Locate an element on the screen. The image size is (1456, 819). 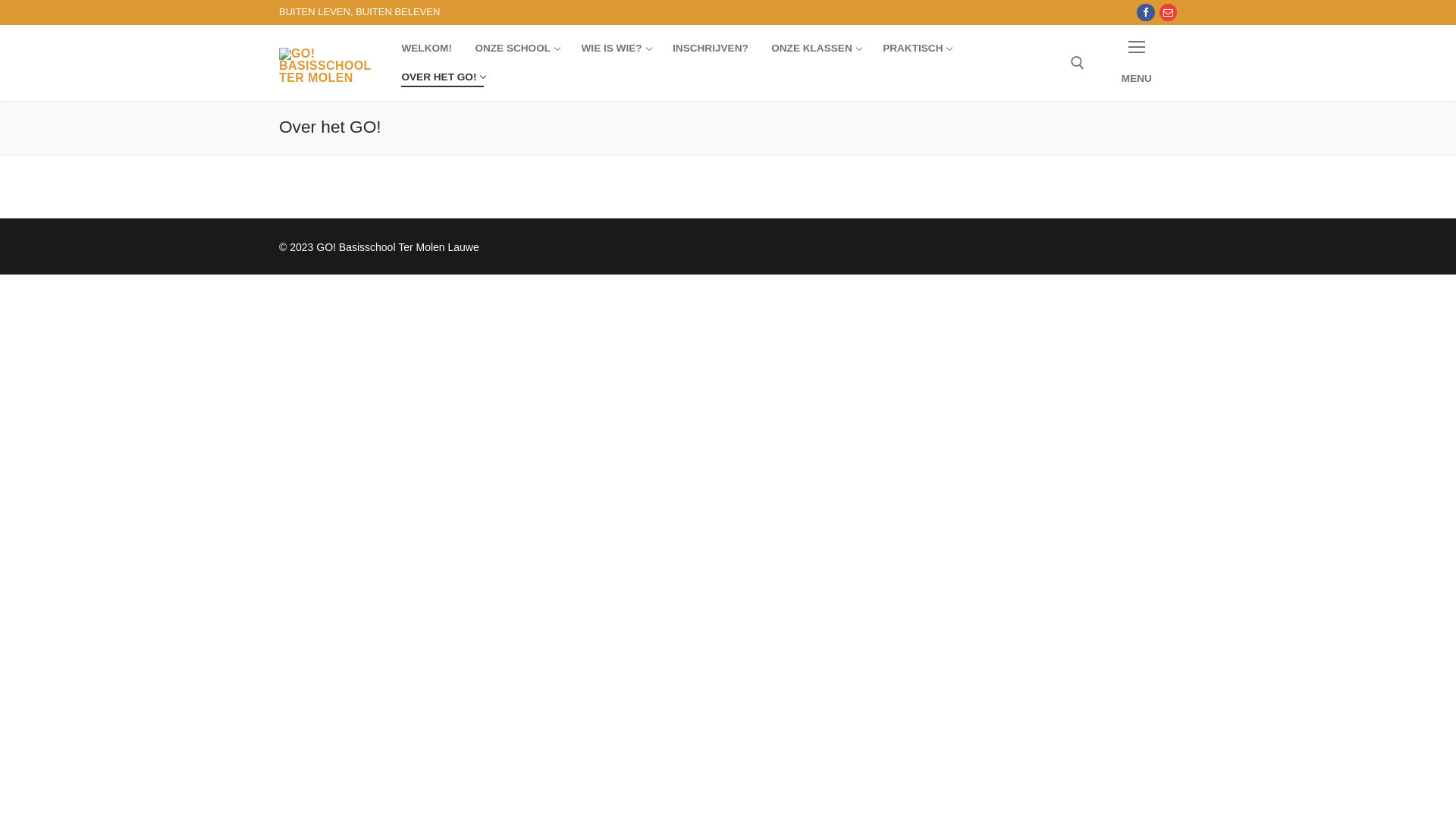
'WIE IS WIE? is located at coordinates (615, 48).